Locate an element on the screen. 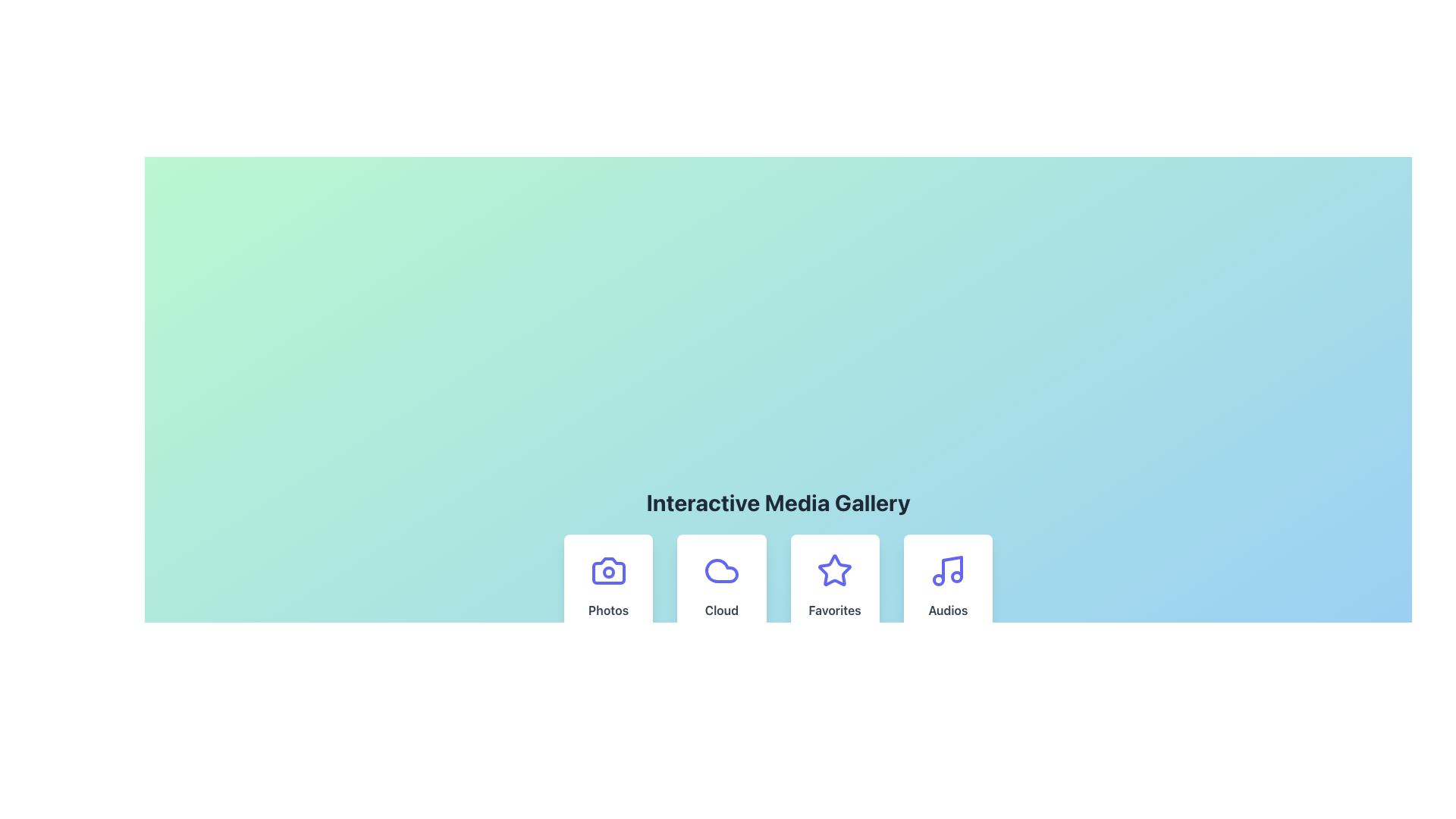 Image resolution: width=1456 pixels, height=819 pixels. the 'Cloud' text label, which is styled in a bold serif font and positioned beneath a cloud icon in a media gallery interface is located at coordinates (720, 610).